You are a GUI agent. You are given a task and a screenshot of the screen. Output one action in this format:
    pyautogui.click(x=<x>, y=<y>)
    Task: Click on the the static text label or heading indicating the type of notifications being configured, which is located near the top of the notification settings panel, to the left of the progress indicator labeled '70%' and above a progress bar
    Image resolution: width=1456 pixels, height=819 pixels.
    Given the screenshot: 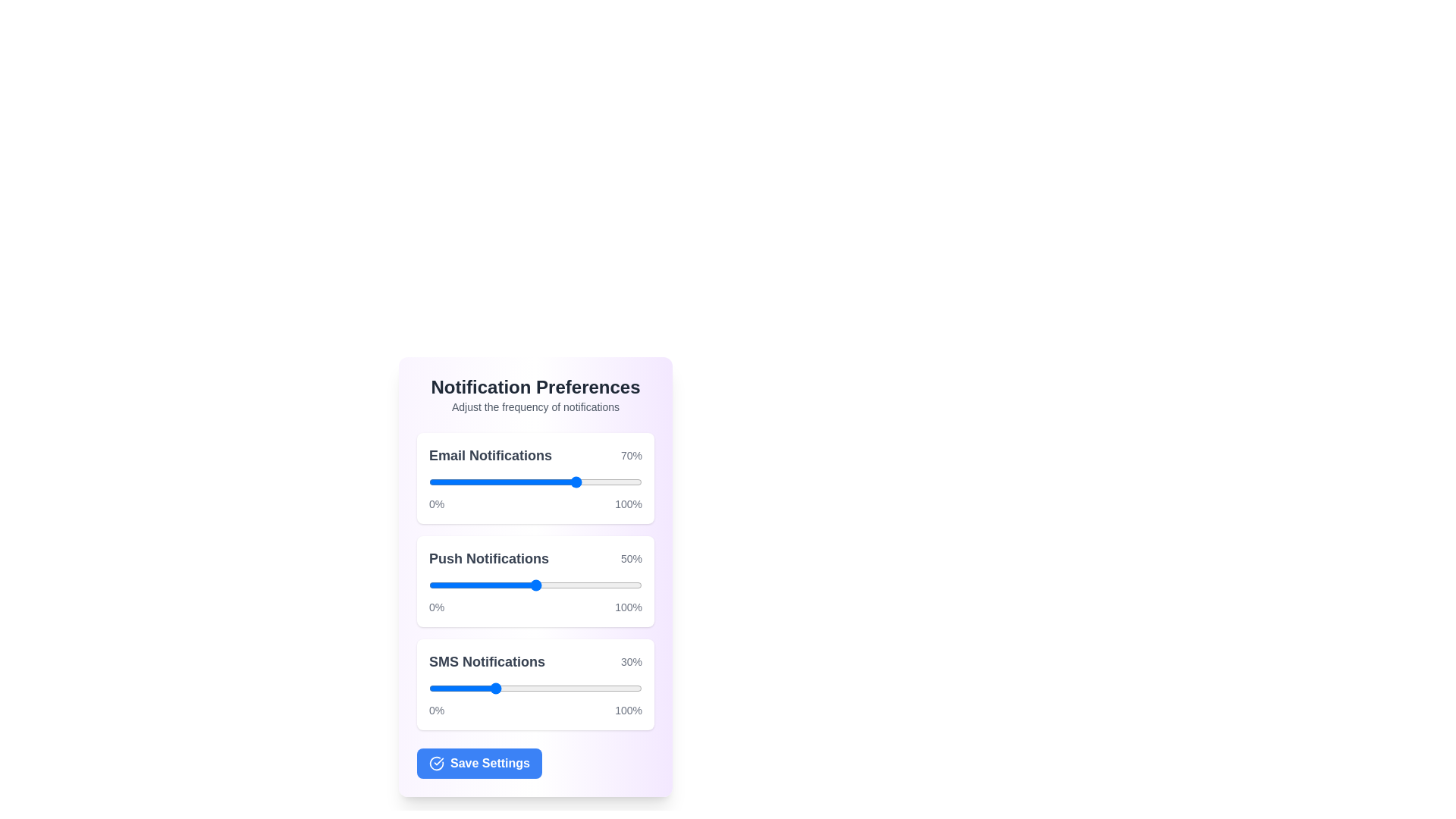 What is the action you would take?
    pyautogui.click(x=491, y=455)
    